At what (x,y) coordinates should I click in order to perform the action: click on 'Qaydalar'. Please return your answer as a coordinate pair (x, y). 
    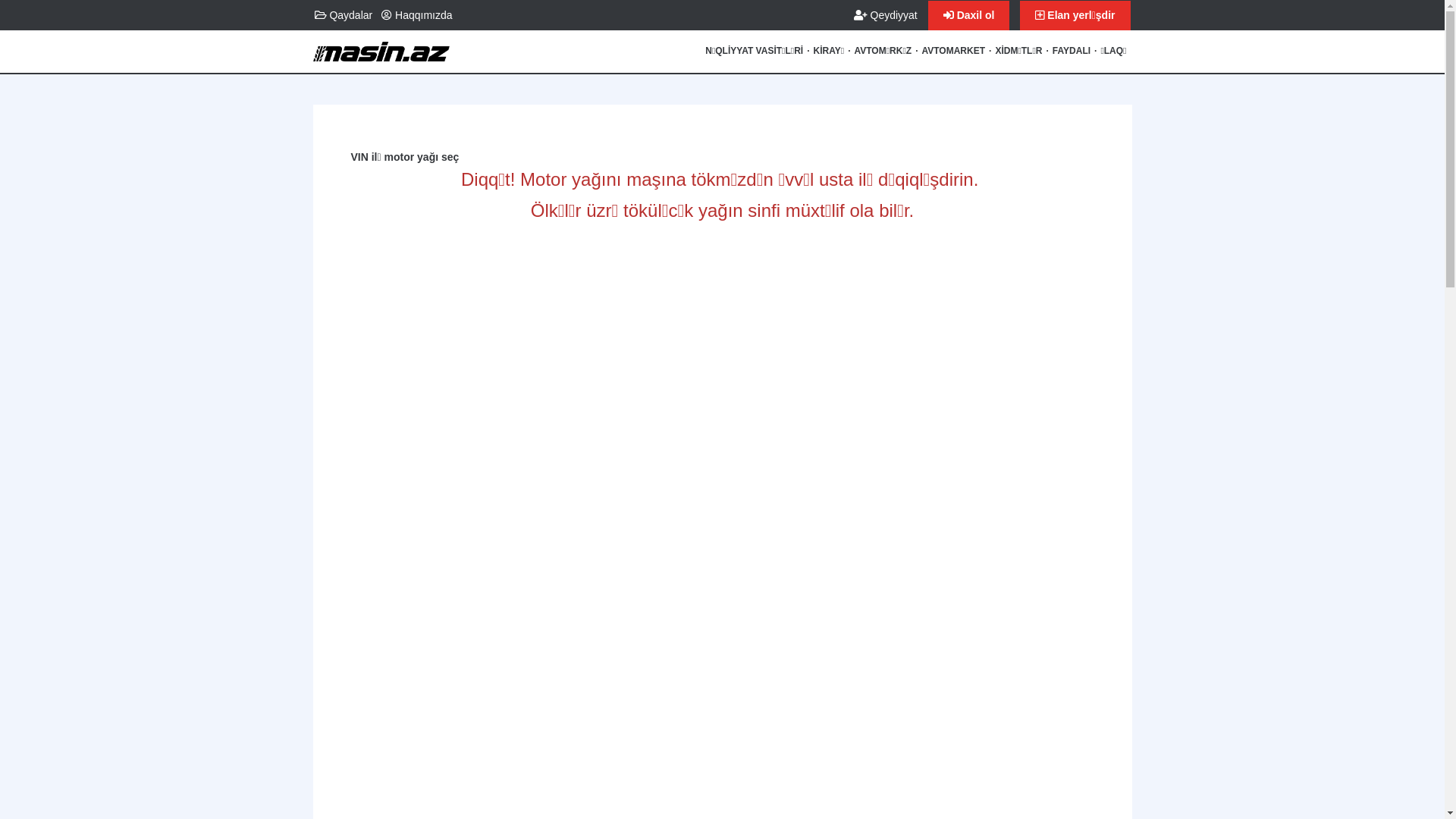
    Looking at the image, I should click on (342, 14).